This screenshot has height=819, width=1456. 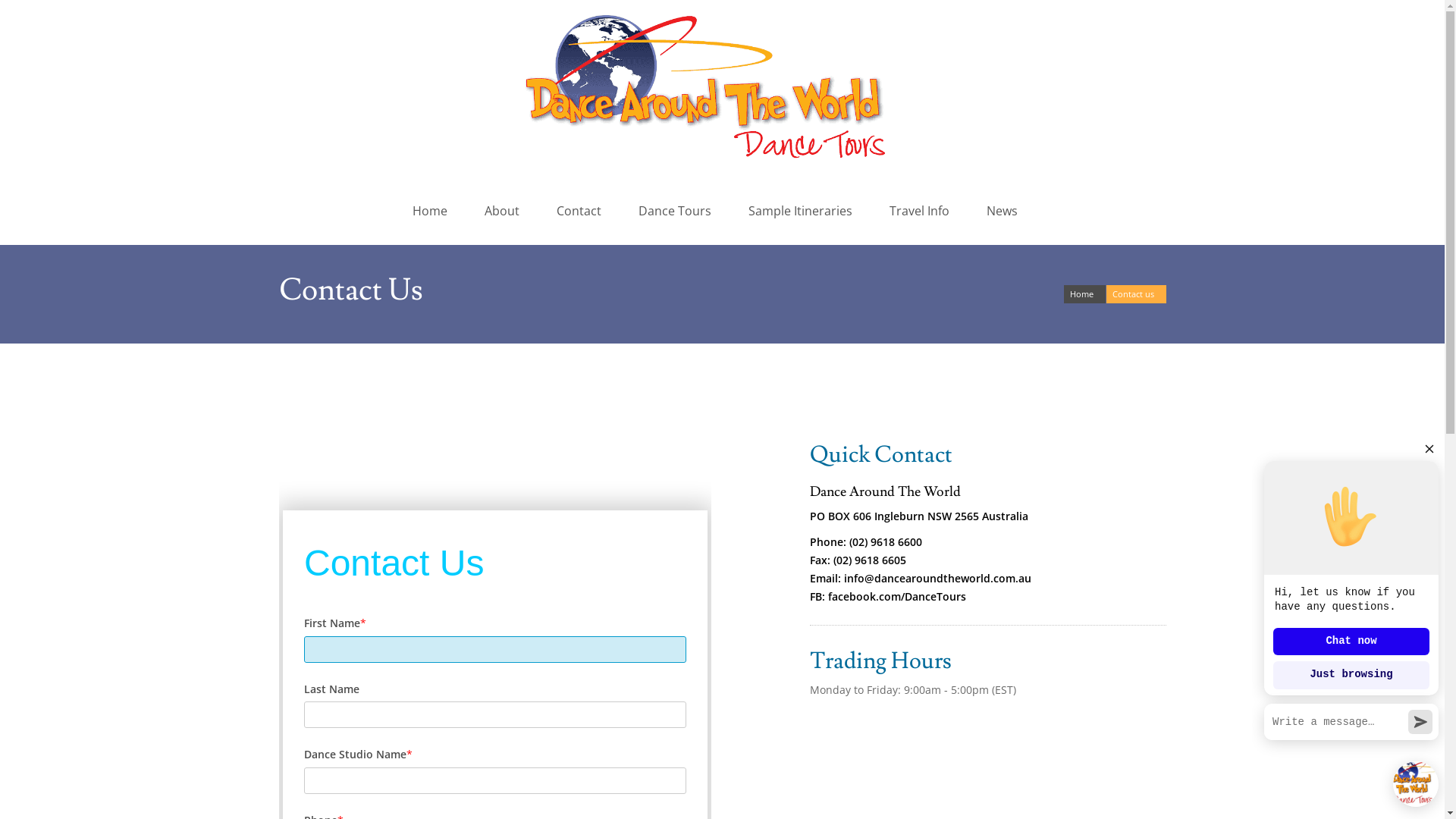 I want to click on 'Home', so click(x=431, y=210).